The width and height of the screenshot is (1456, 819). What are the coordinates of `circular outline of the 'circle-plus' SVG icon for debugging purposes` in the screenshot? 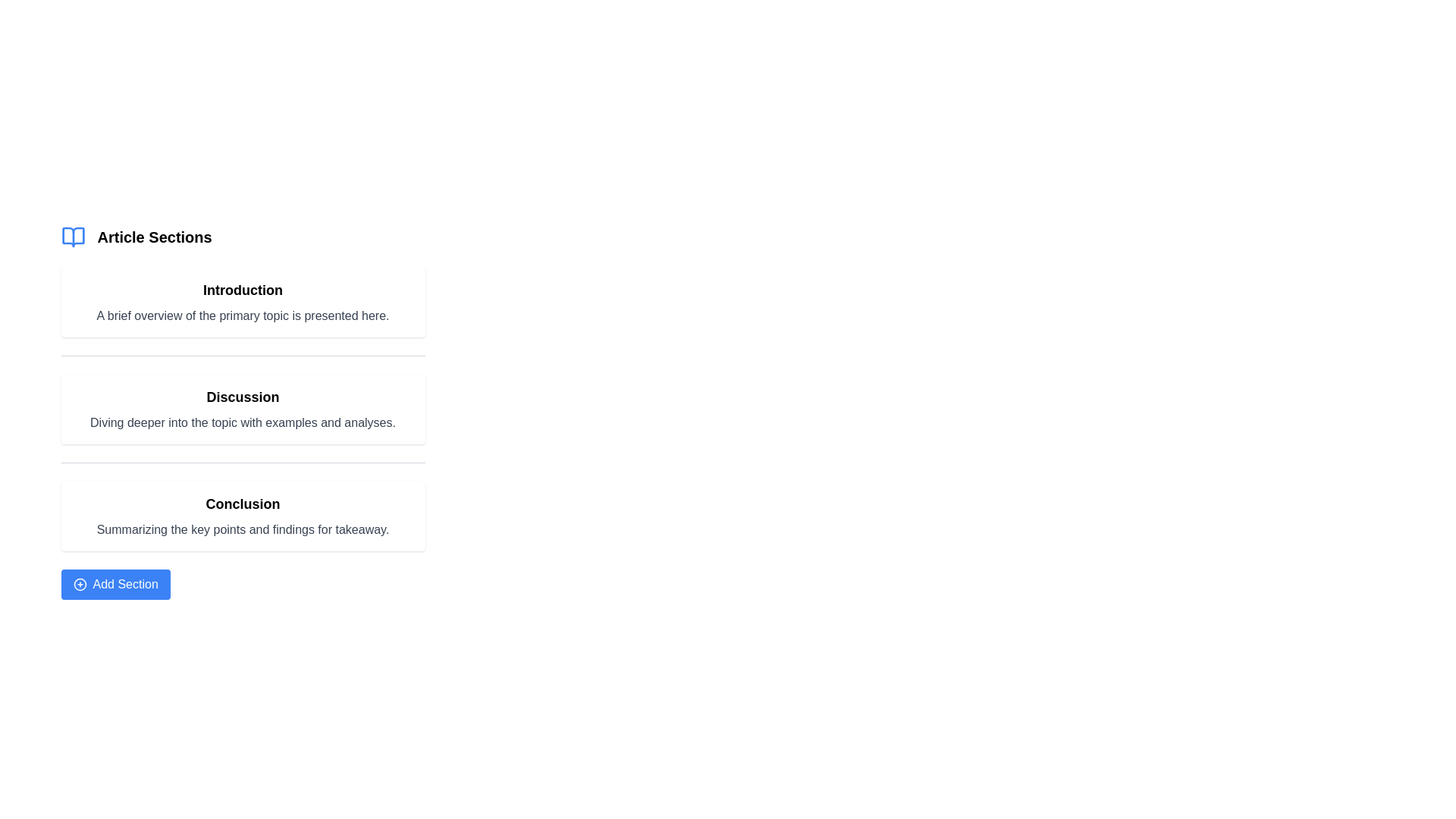 It's located at (79, 584).